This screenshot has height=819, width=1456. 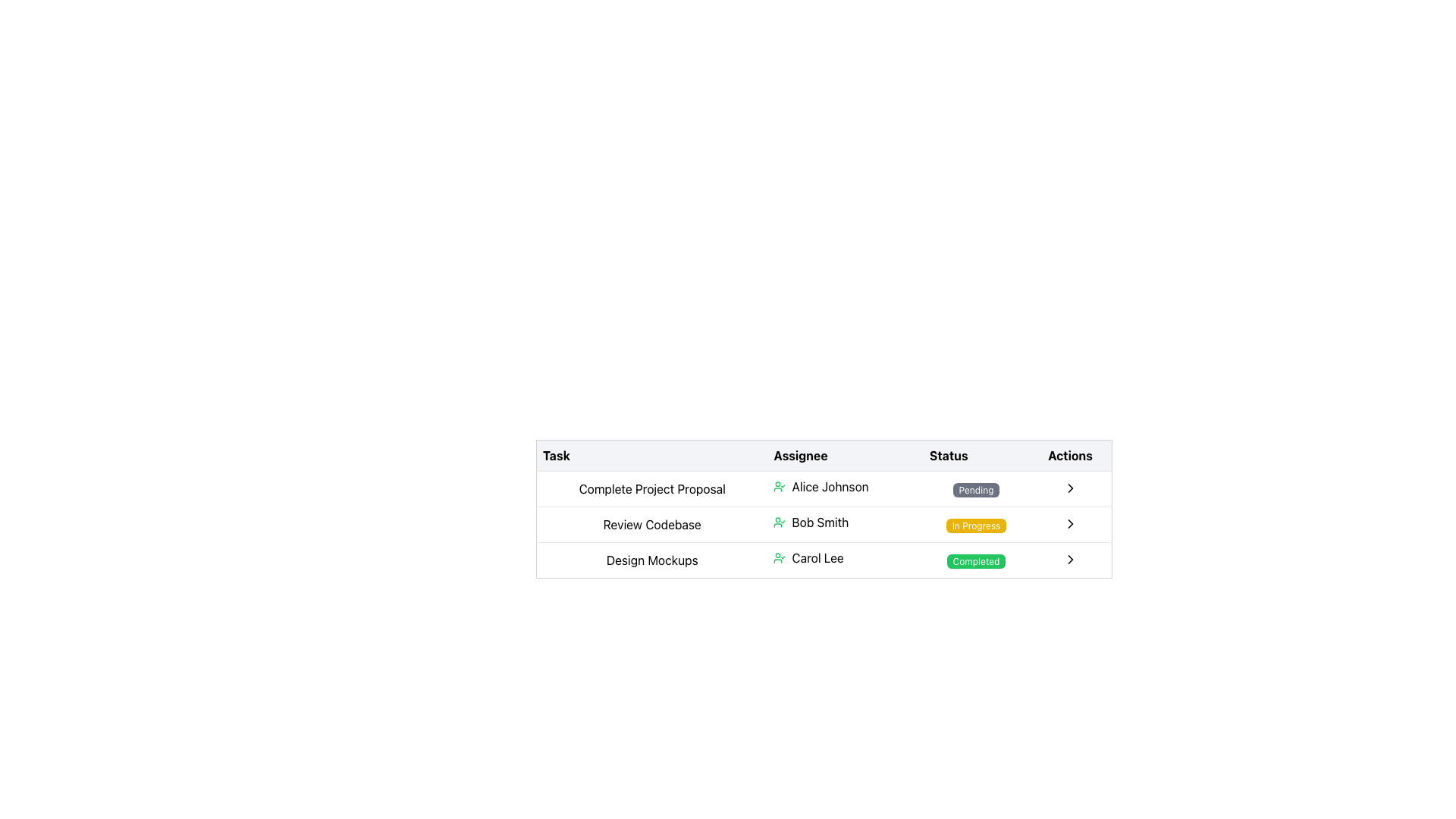 I want to click on the text label for the task entry located in the first row of the task management table, which provides the name or description of a specific task, so click(x=651, y=488).